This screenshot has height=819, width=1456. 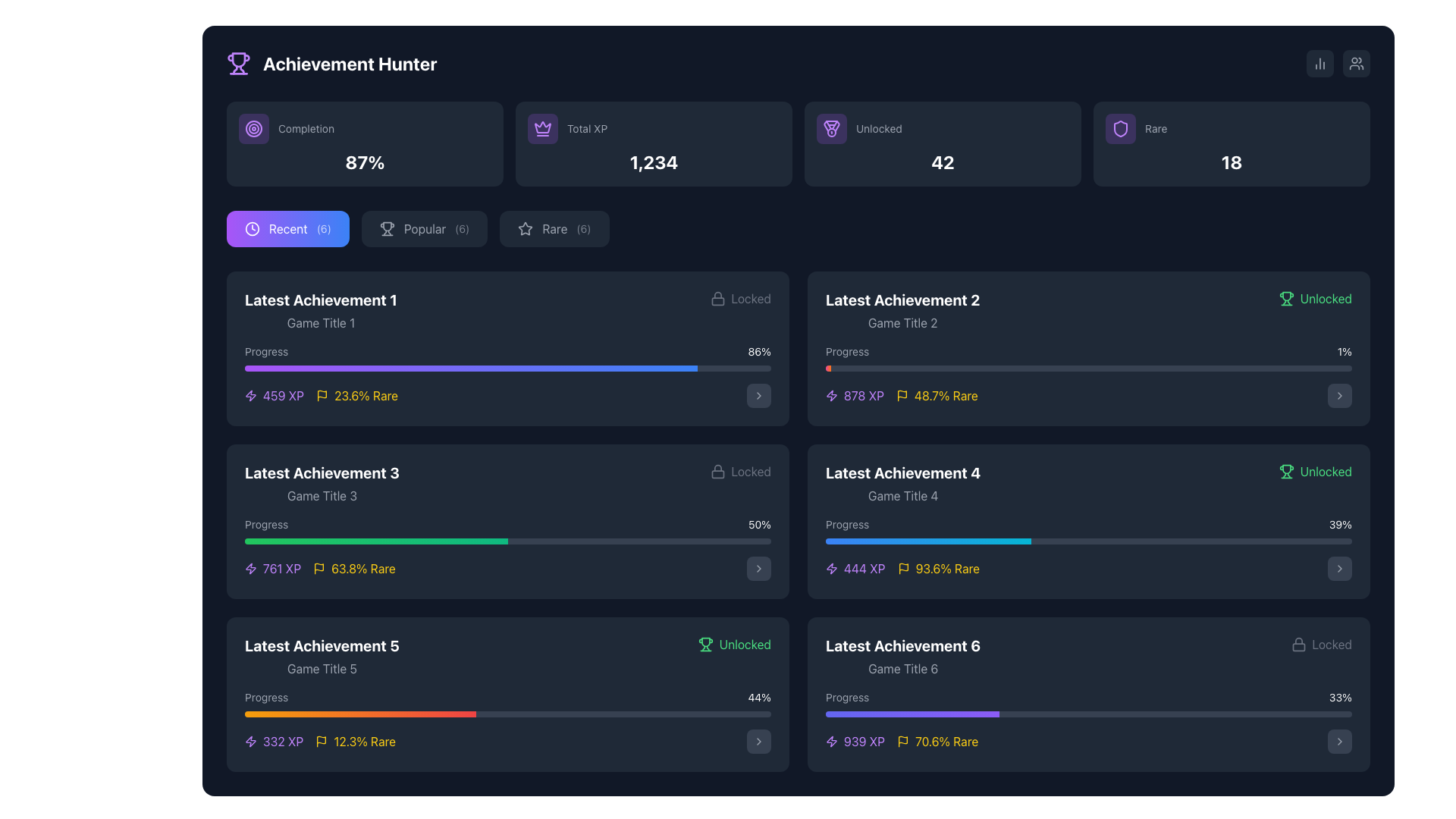 What do you see at coordinates (251, 394) in the screenshot?
I see `the lightning bolt icon representing energy metrics in the 'Latest Achievement 3' section, located at the bottom-right of the interface` at bounding box center [251, 394].